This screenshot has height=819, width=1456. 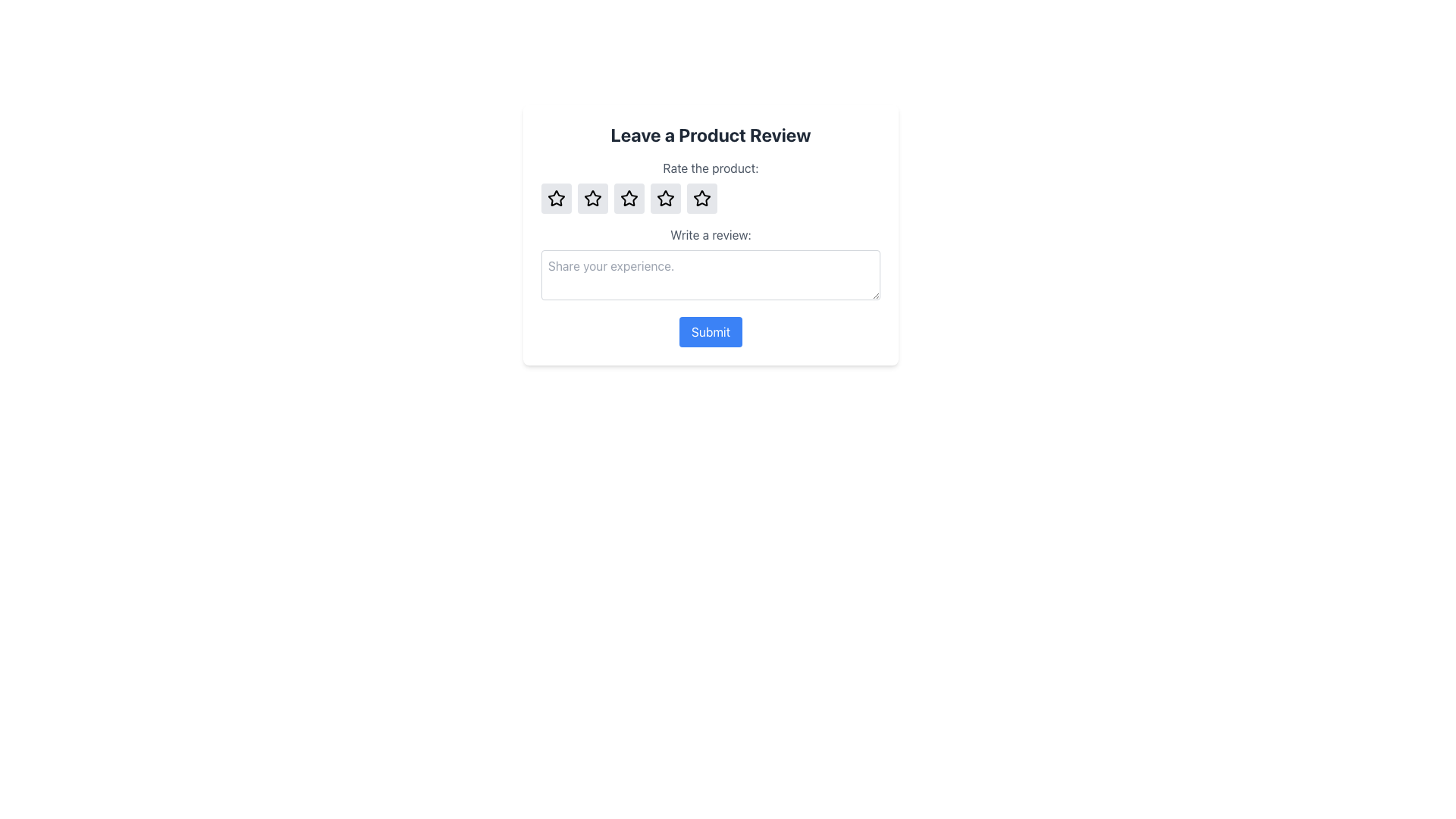 I want to click on the first star icon in the horizontal row of rating stars located in the 'Leave a Product Review' section to provide feedback, so click(x=556, y=198).